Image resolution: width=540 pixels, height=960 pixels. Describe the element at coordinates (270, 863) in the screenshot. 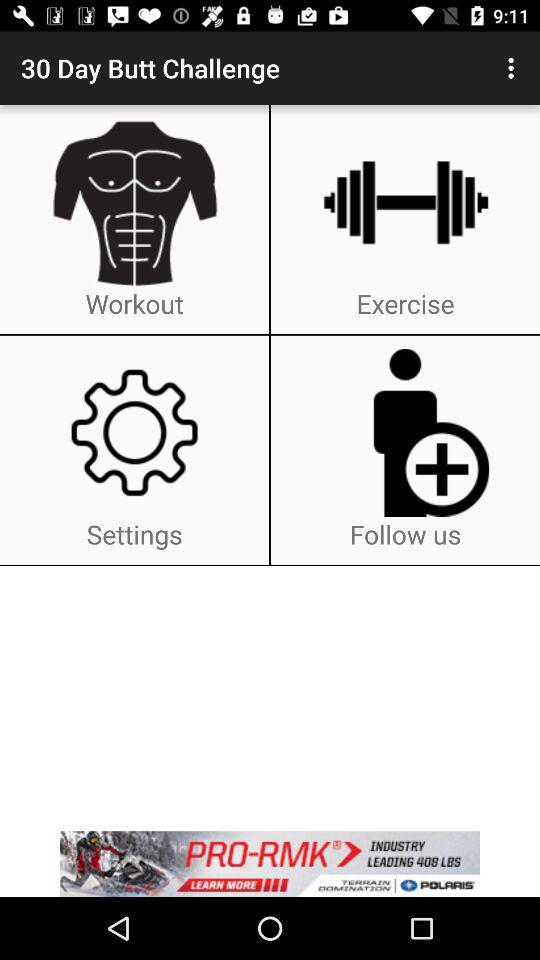

I see `advertisement link` at that location.